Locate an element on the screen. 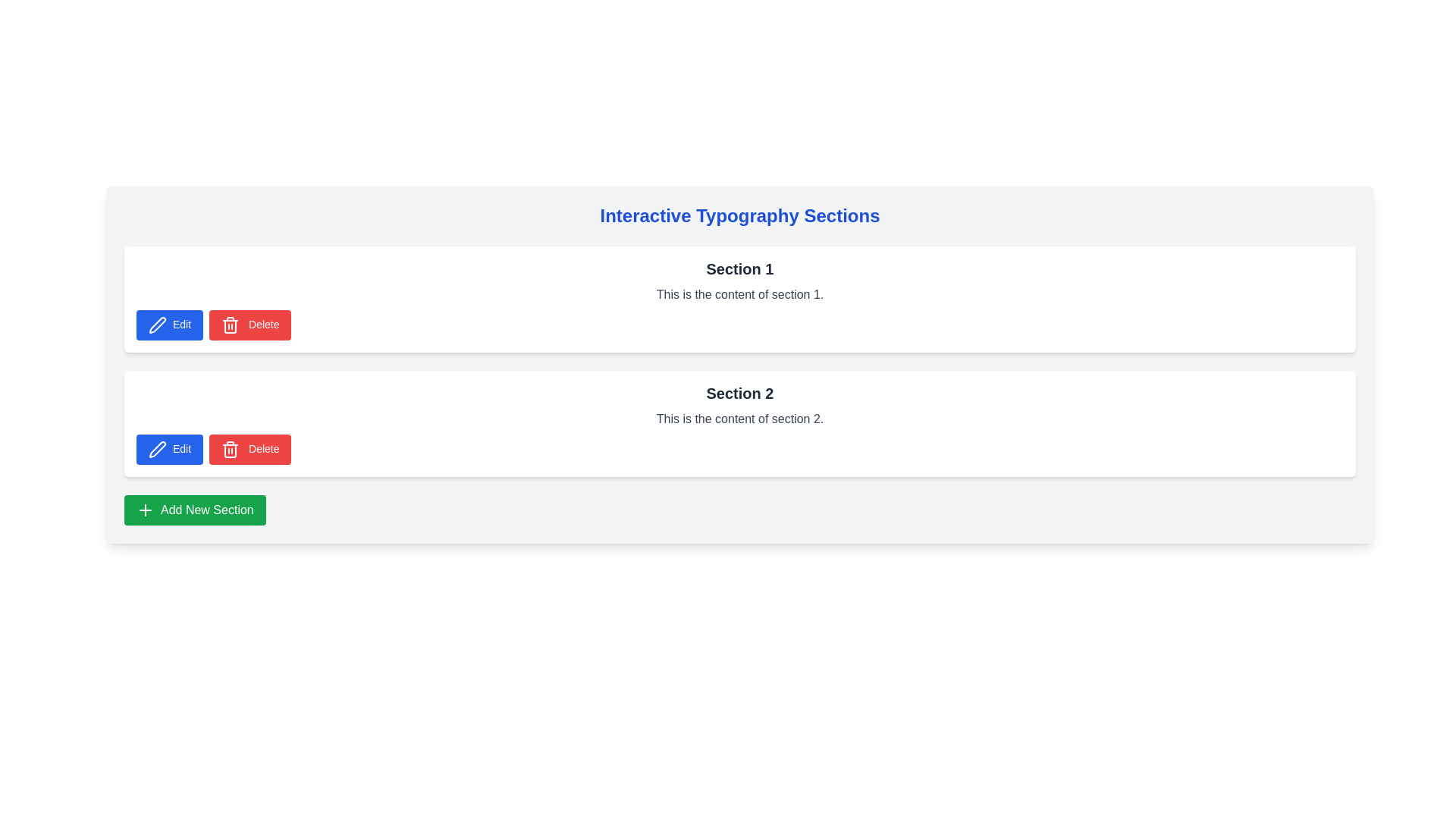 The image size is (1456, 819). the pen-shaped icon with a blue background located to the left of the 'Edit' label in the blue button under 'Section 2' to initiate the edit action is located at coordinates (157, 449).